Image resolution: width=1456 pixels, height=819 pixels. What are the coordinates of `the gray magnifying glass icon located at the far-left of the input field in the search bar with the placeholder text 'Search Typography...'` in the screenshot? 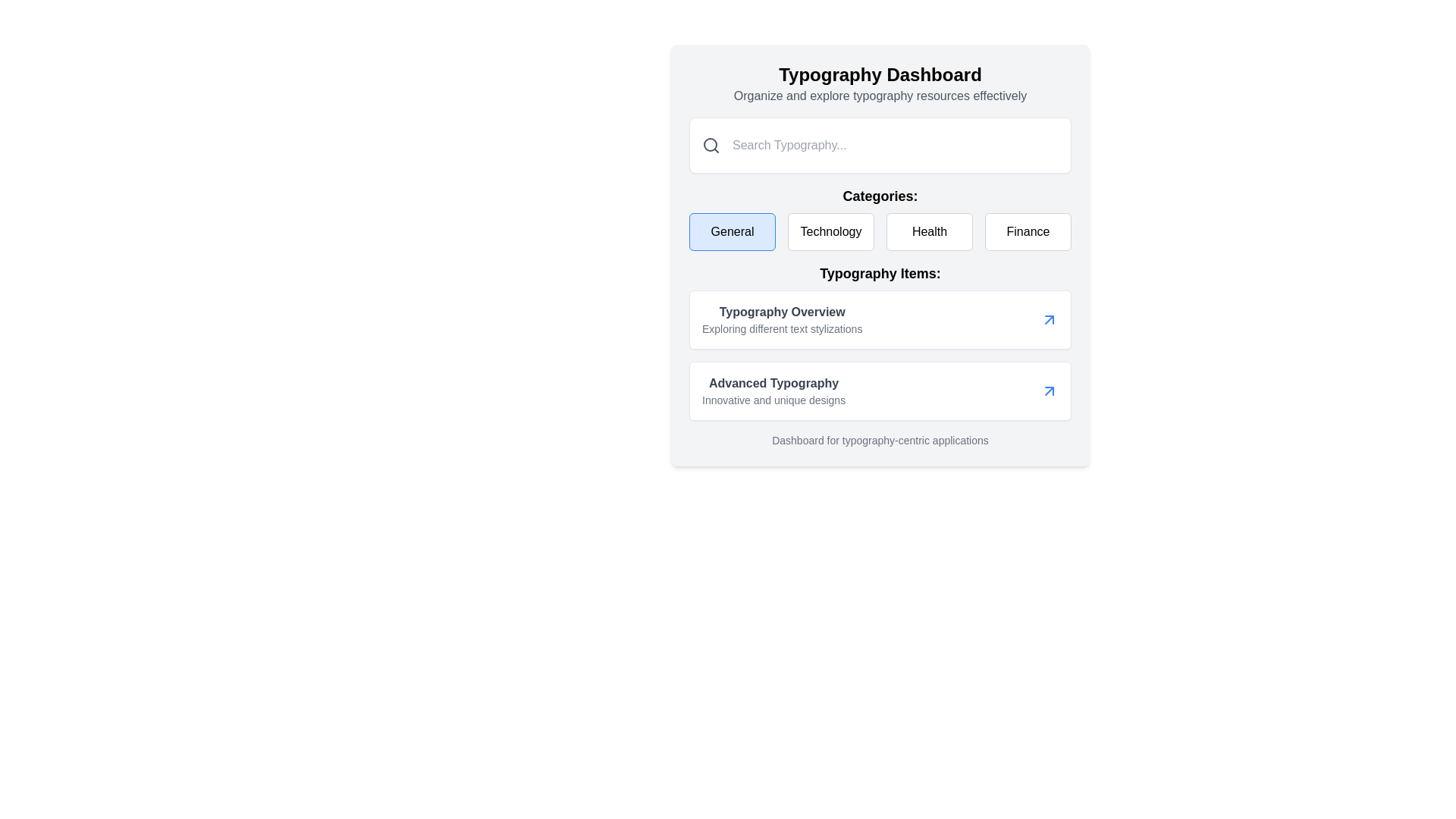 It's located at (710, 146).